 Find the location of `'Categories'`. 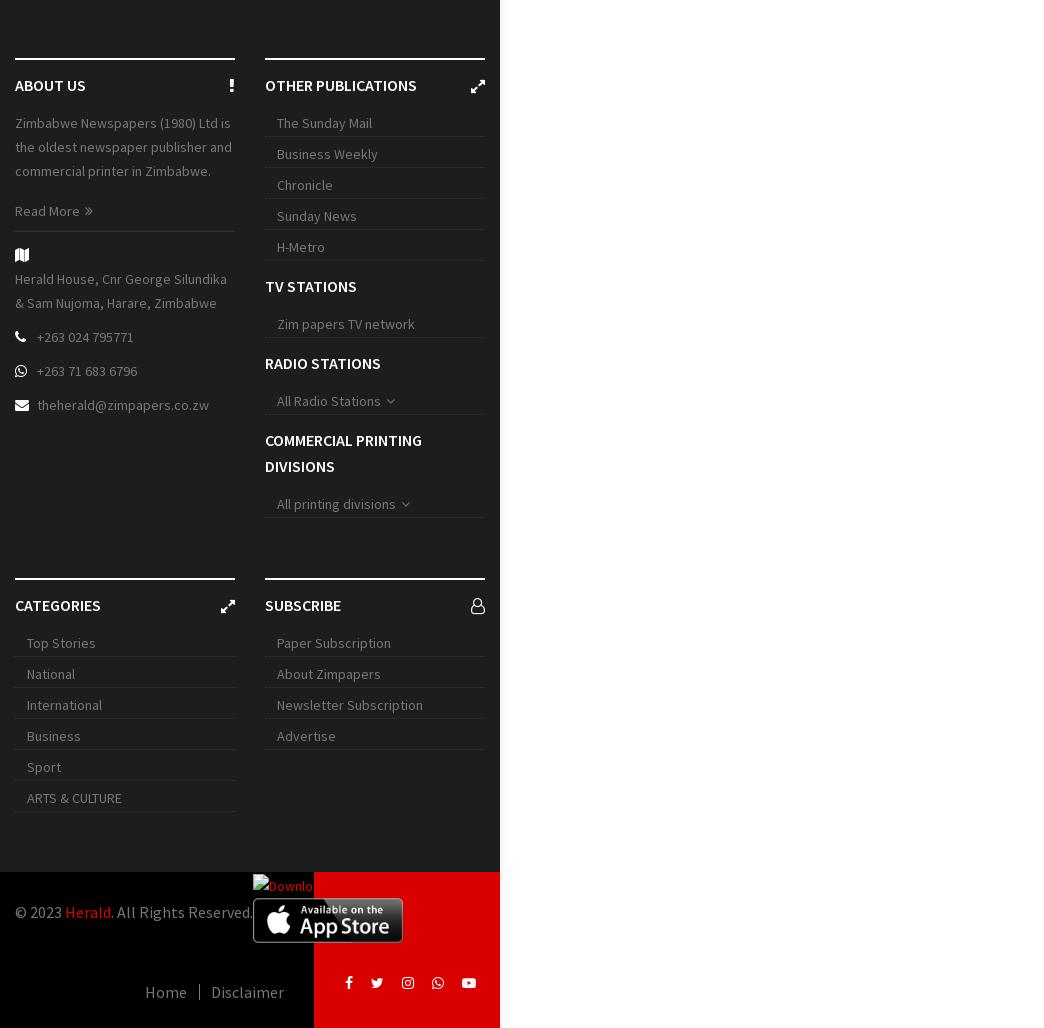

'Categories' is located at coordinates (57, 603).